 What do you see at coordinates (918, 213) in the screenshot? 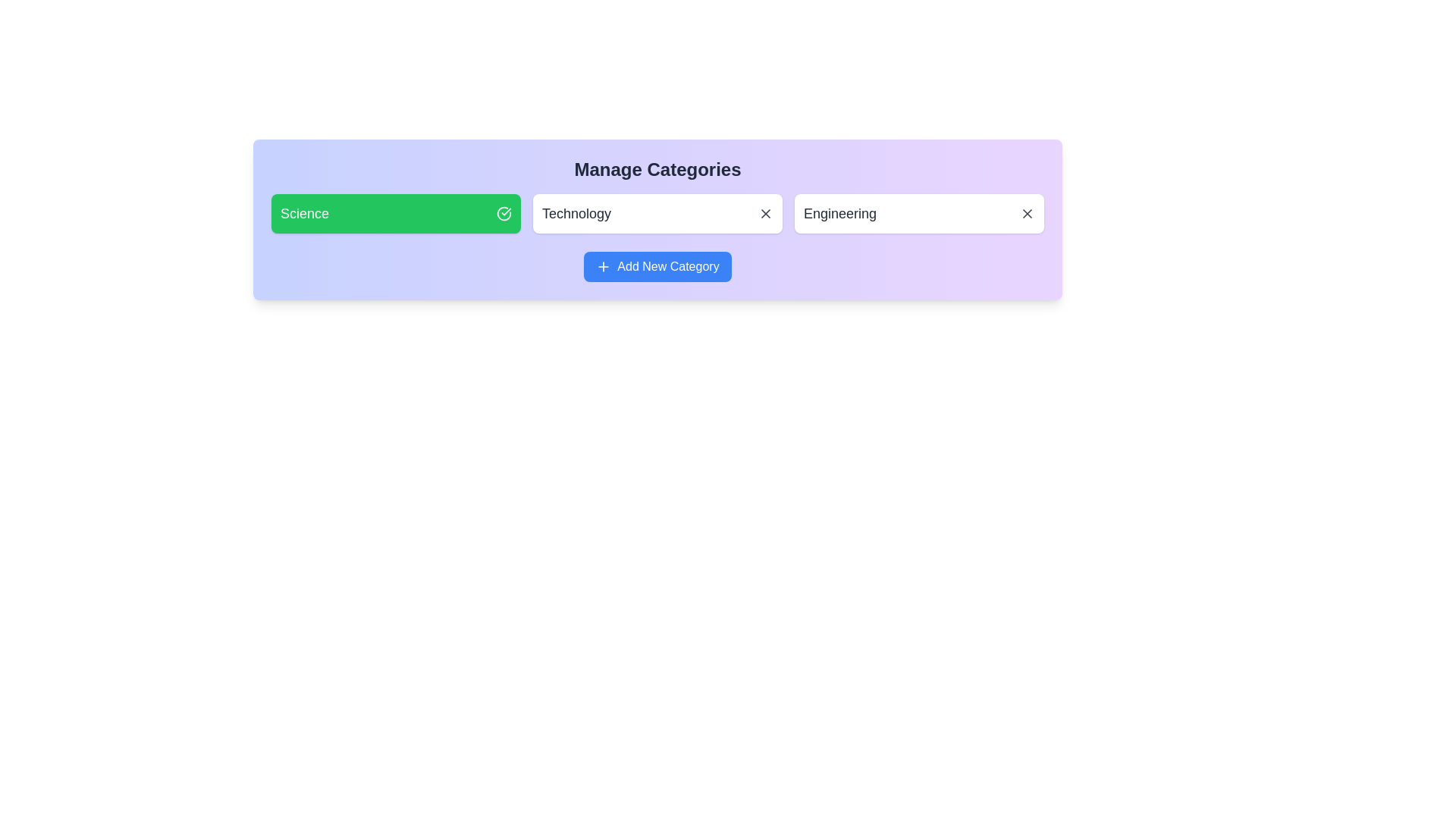
I see `the category Engineering to observe the hover effect` at bounding box center [918, 213].